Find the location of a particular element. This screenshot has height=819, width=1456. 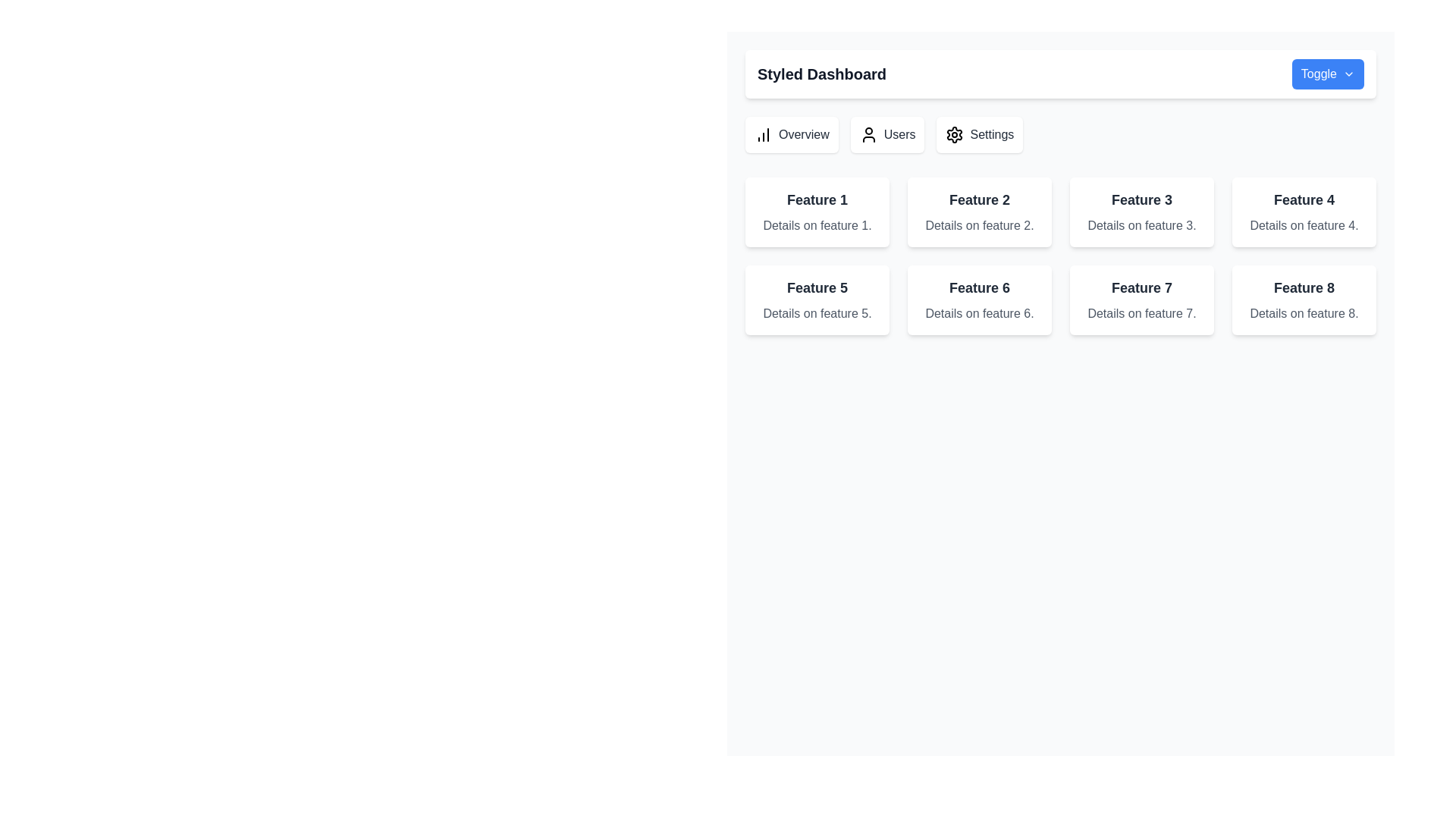

the text label displaying 'Details on feature 7.' which is positioned below the heading 'Feature 7' in the feature grid is located at coordinates (1142, 312).